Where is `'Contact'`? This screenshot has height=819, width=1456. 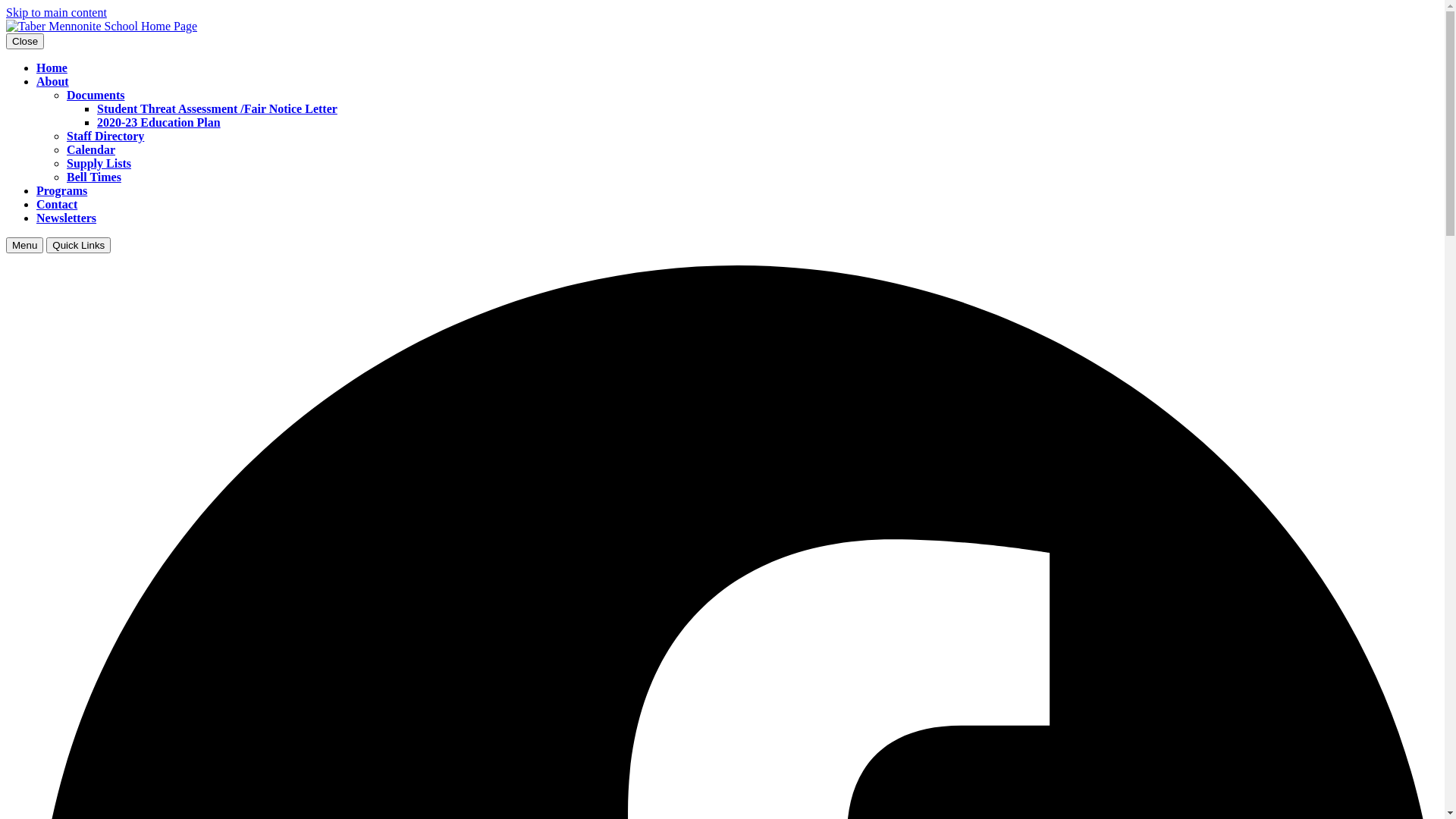
'Contact' is located at coordinates (57, 203).